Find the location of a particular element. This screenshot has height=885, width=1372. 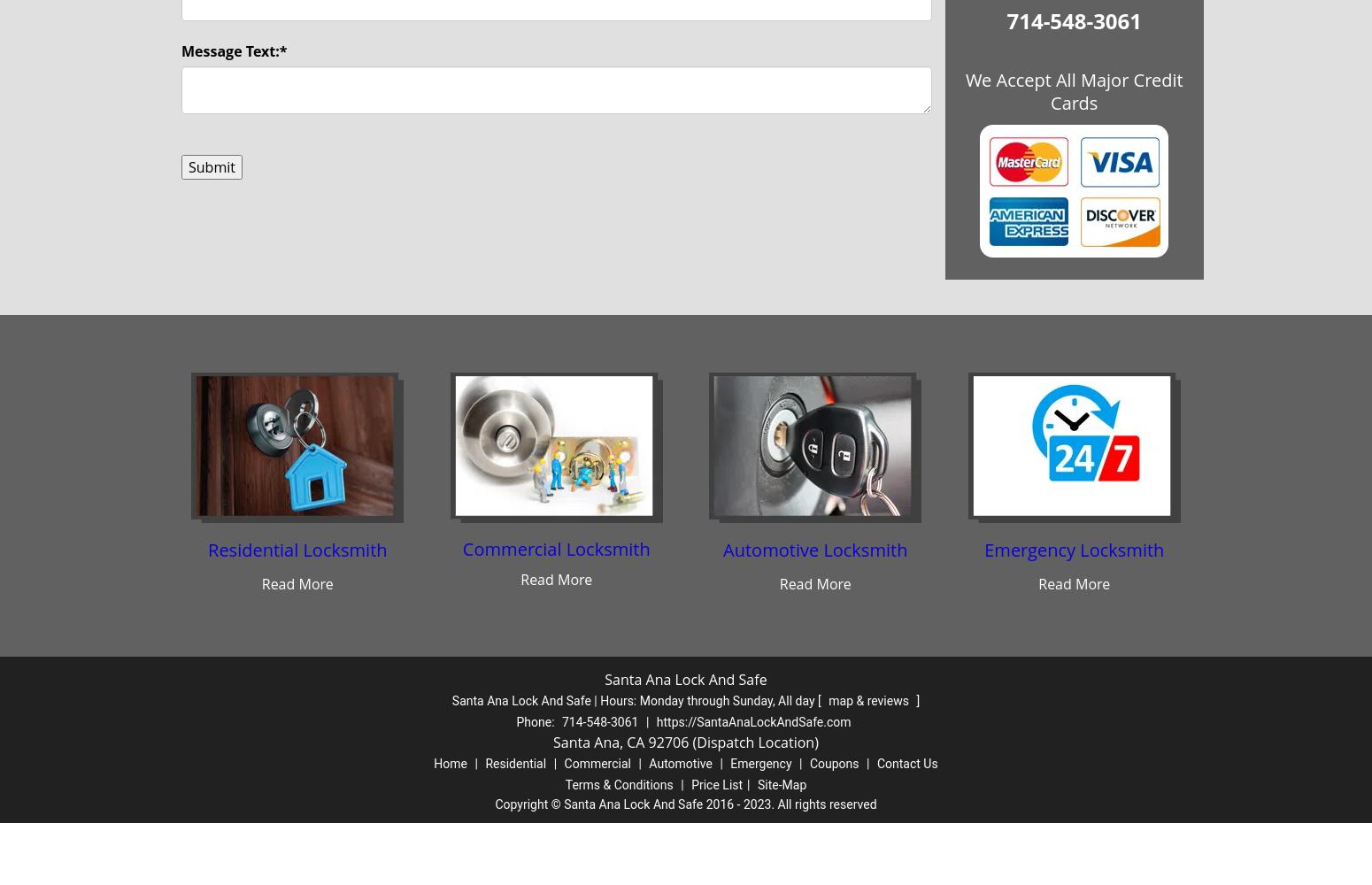

'Residential Locksmith' is located at coordinates (207, 549).